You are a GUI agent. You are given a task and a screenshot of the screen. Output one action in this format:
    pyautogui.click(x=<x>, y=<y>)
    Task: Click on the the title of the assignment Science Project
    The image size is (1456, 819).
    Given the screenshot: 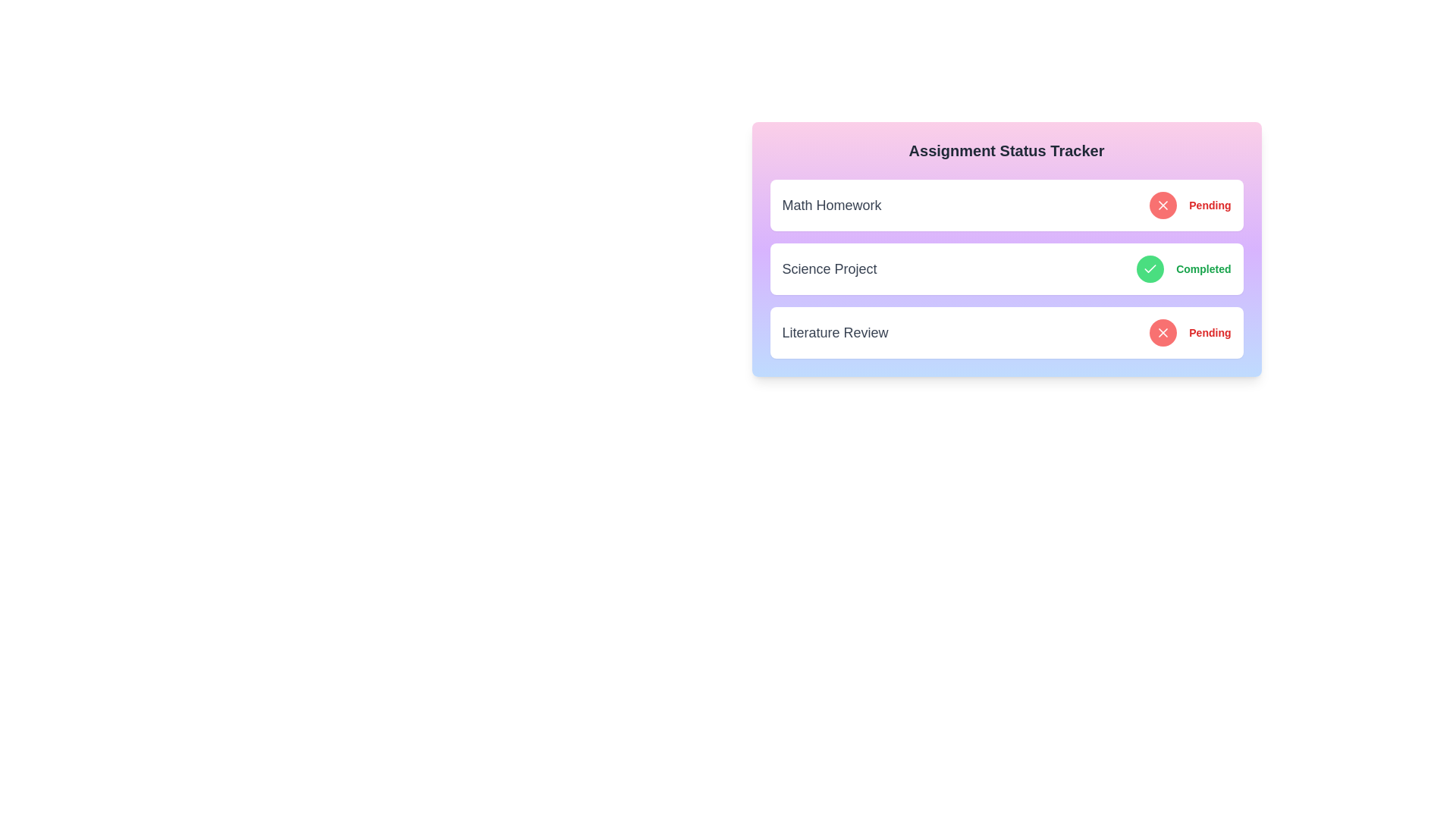 What is the action you would take?
    pyautogui.click(x=829, y=268)
    